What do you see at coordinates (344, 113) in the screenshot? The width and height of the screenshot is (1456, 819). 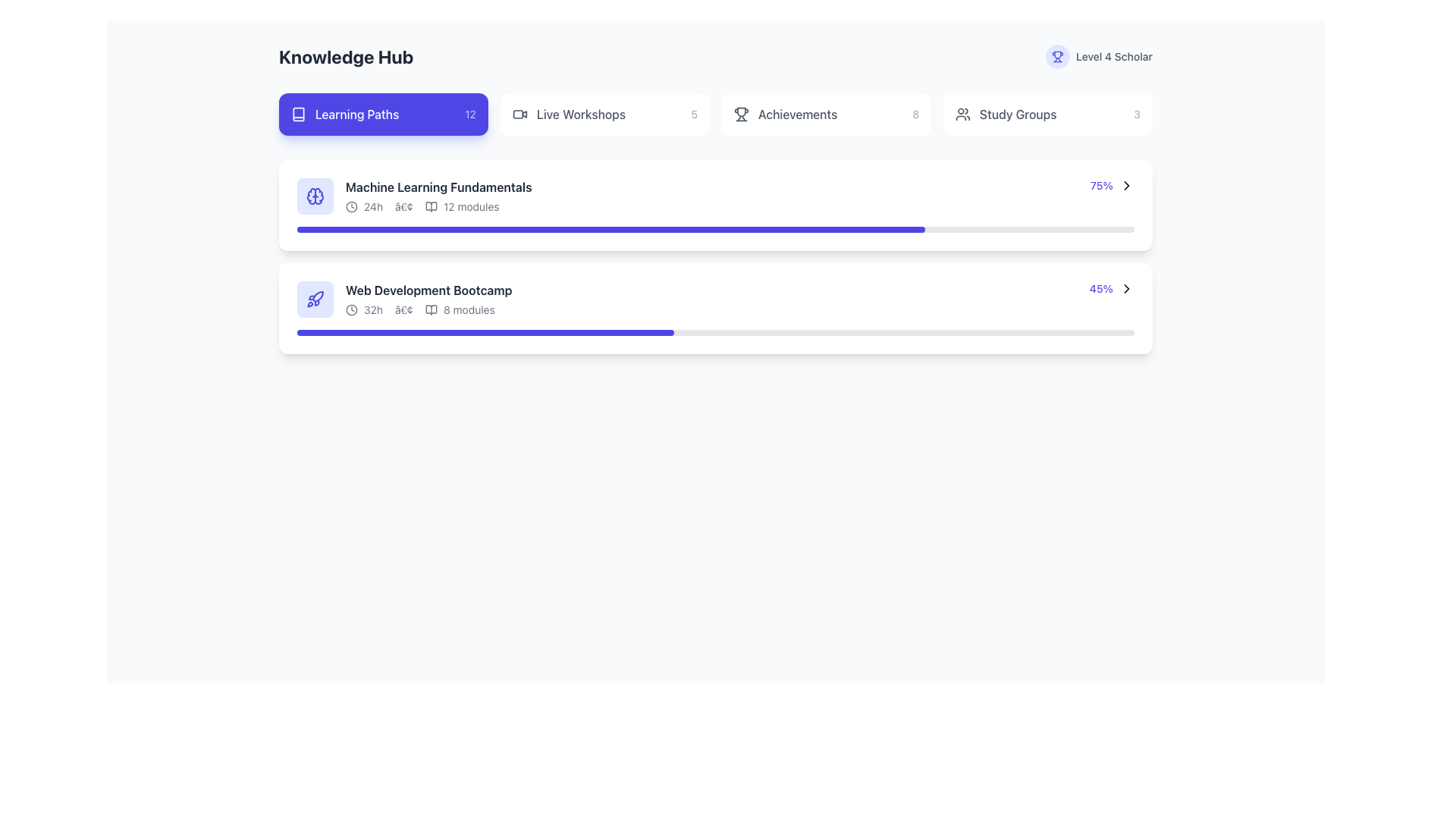 I see `the 'Learning Paths' grouped content block, which features a small white book icon and text on a rounded rectangular blue background, positioned in the upper left section of the interface` at bounding box center [344, 113].